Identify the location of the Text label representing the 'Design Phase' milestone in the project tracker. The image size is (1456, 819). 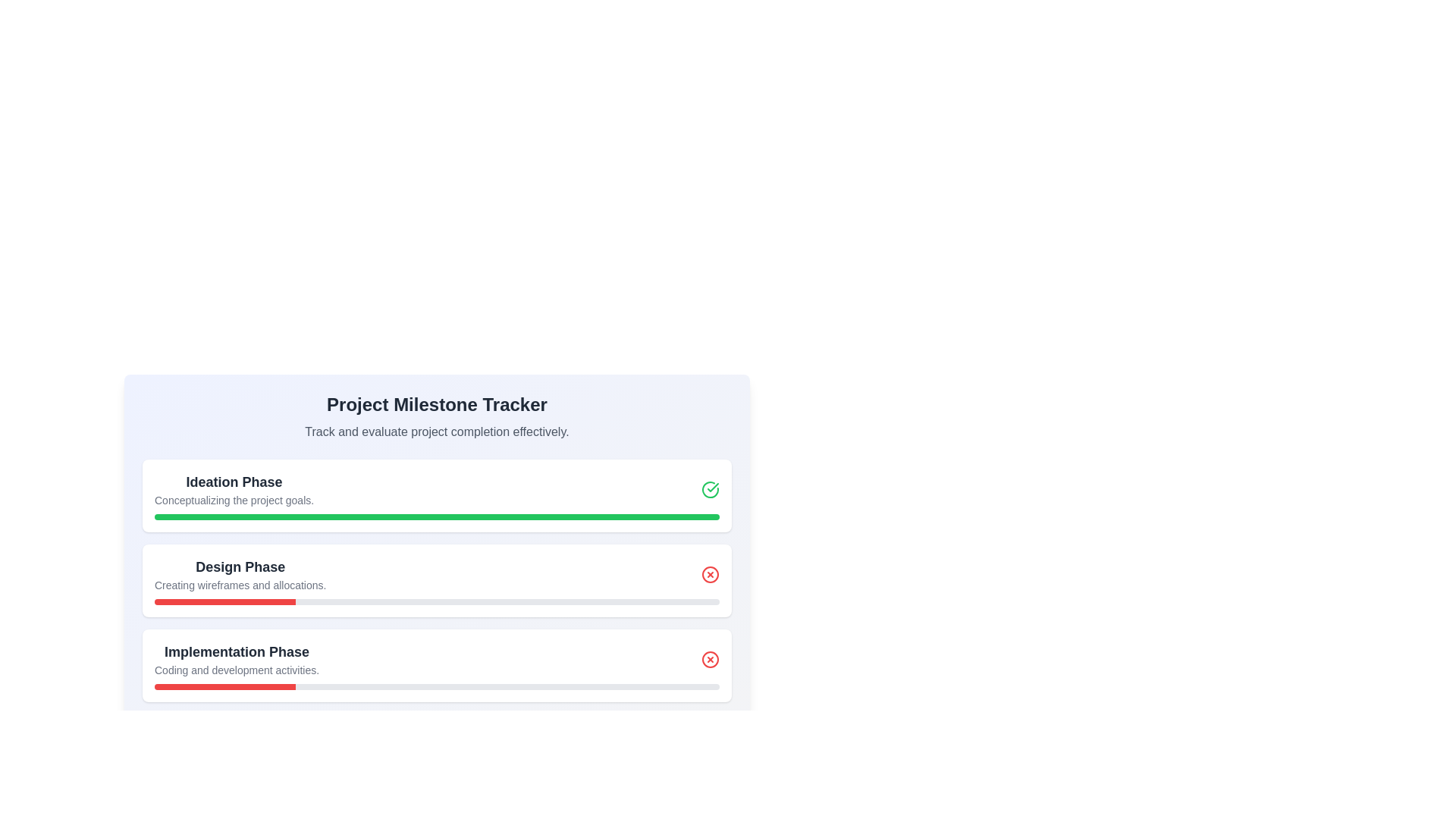
(240, 575).